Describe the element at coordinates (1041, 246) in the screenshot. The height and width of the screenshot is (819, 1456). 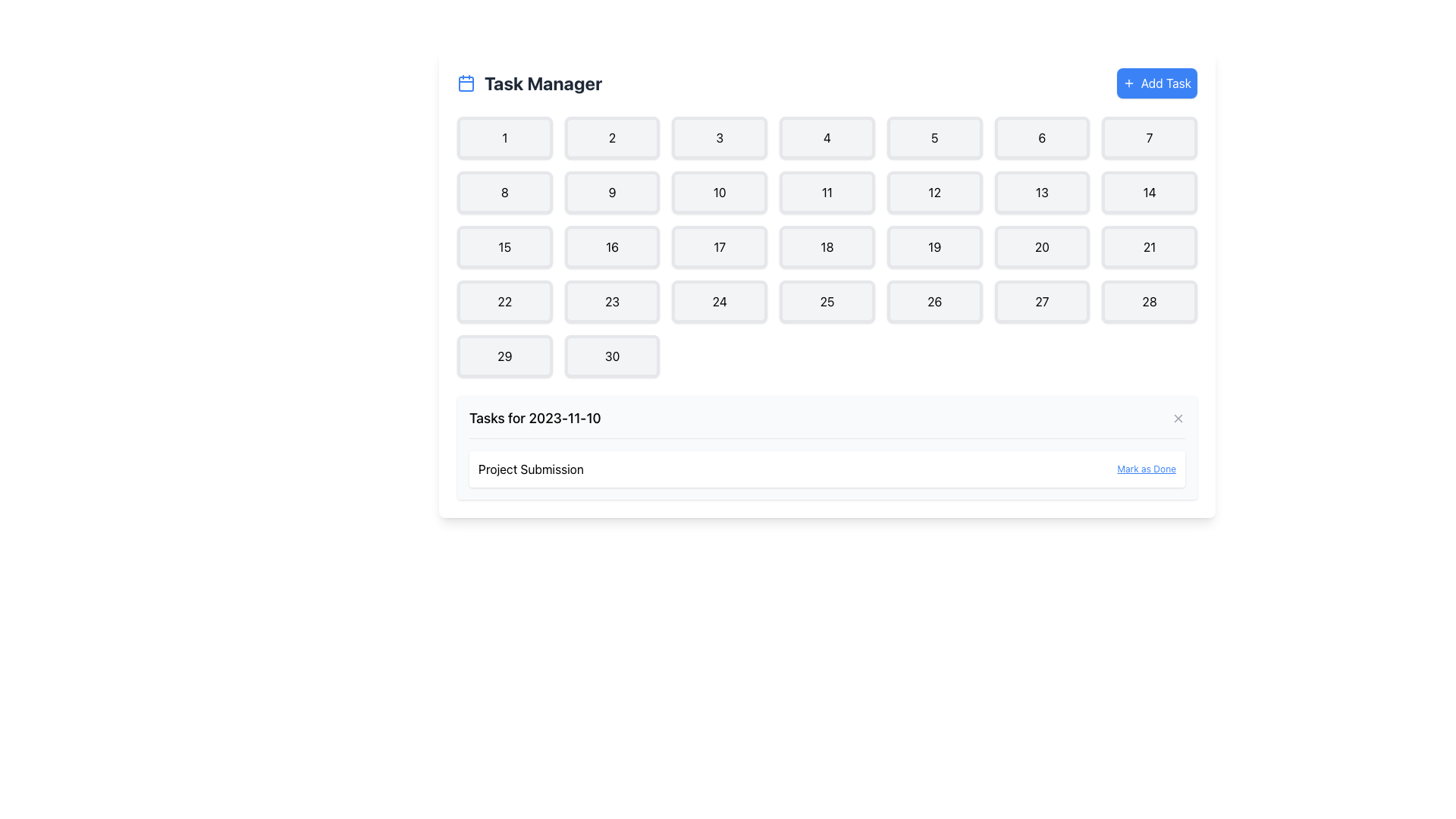
I see `the interactive button labeled '20' in the third row and sixth column of the calendar grid` at that location.